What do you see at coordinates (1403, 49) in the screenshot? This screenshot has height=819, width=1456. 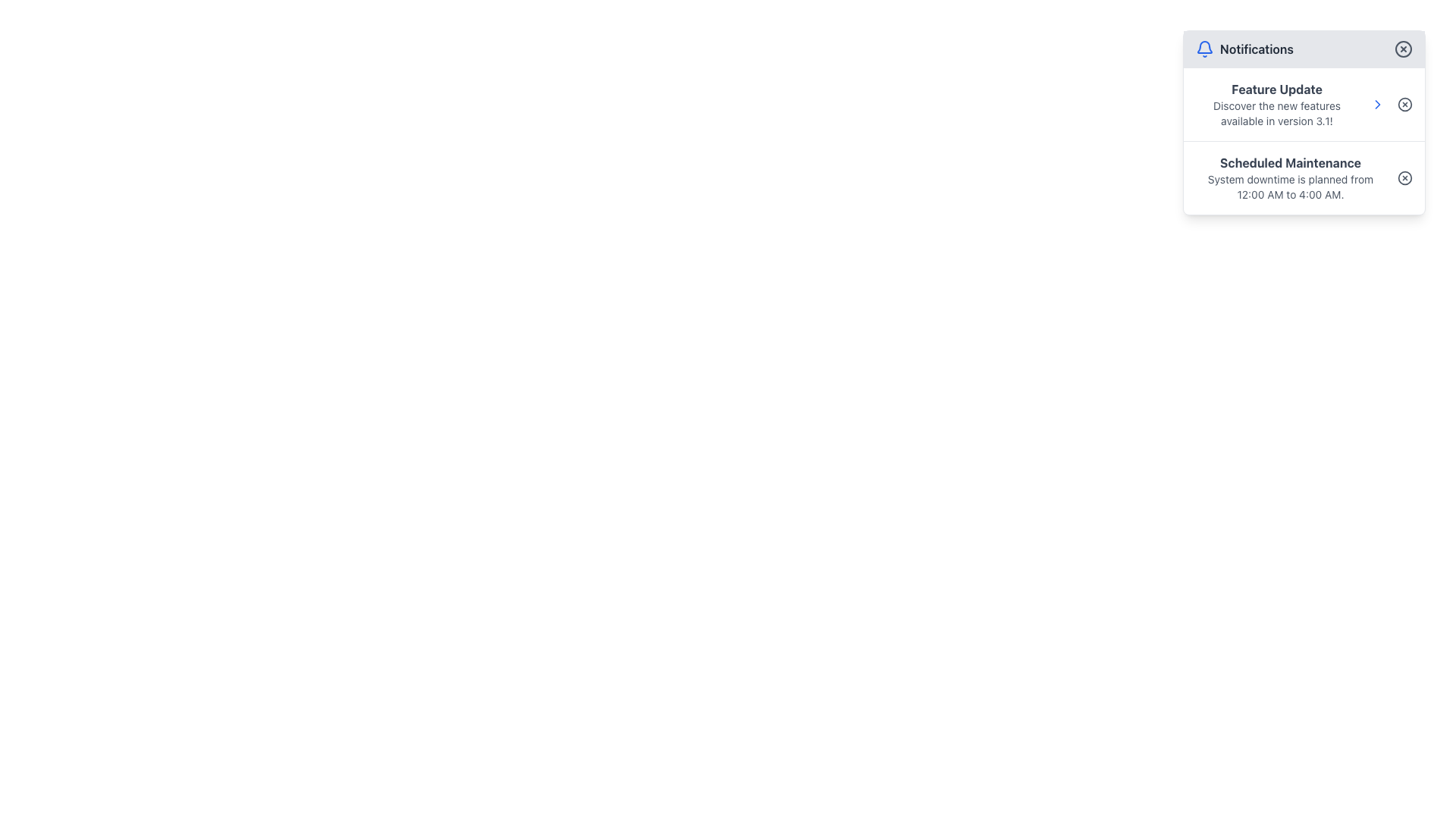 I see `the circular close button with an 'X' mark located at the top-right corner of the notification dropdown` at bounding box center [1403, 49].